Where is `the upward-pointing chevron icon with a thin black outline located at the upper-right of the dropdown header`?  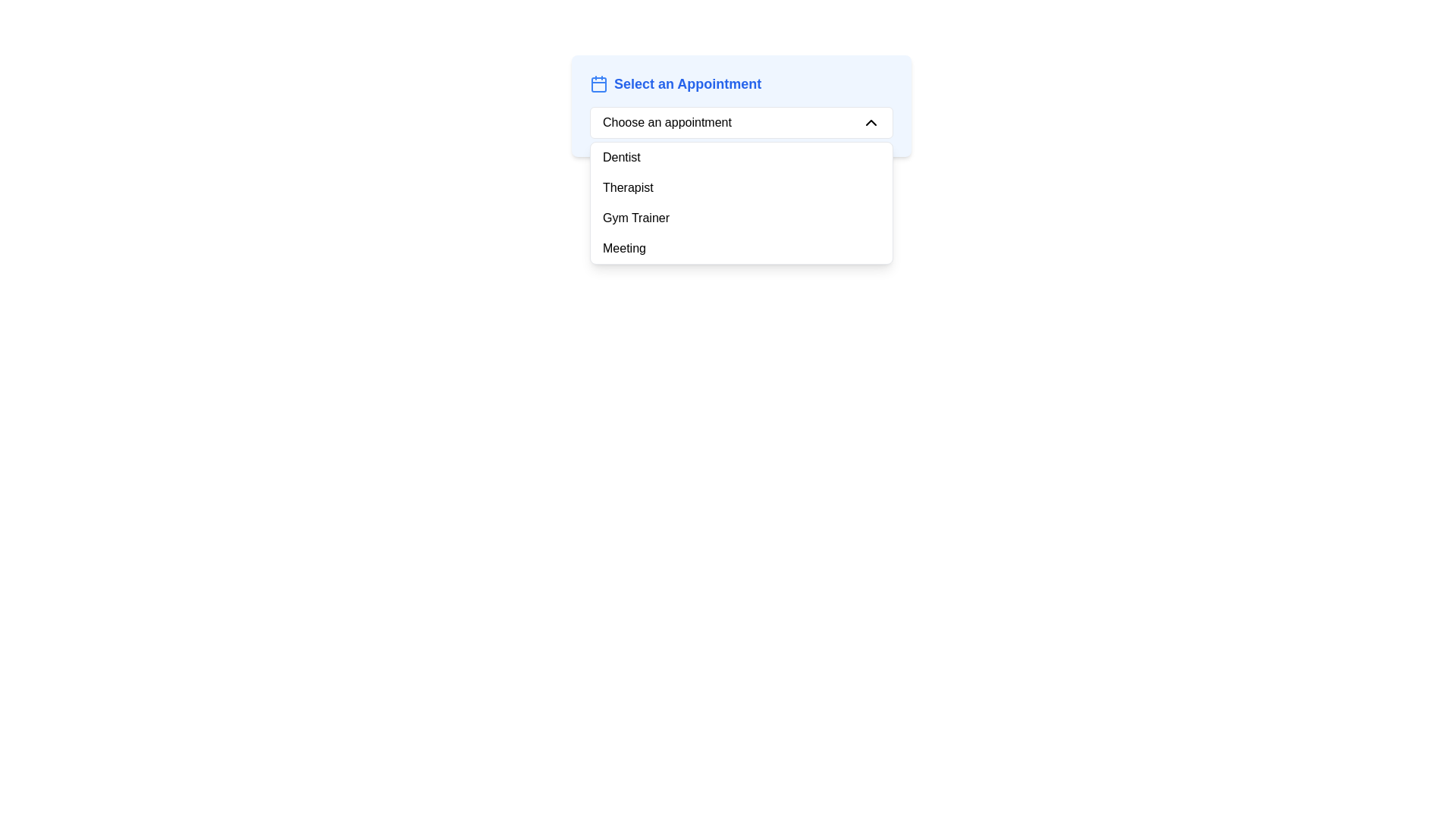 the upward-pointing chevron icon with a thin black outline located at the upper-right of the dropdown header is located at coordinates (871, 122).